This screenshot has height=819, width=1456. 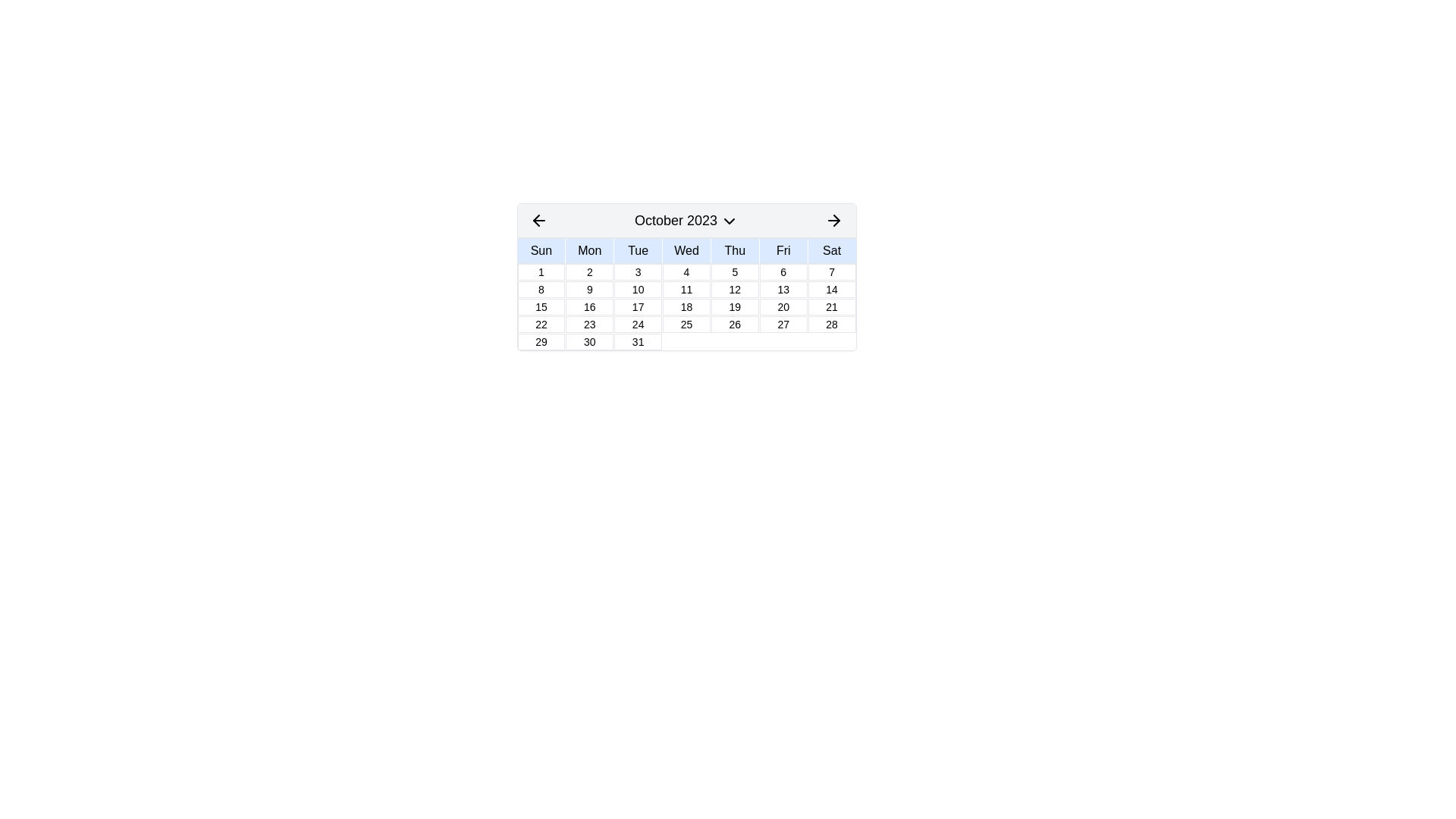 What do you see at coordinates (588, 307) in the screenshot?
I see `the text label displaying '16' in a plain black font on a white background, representing Monday, October 16th in the calendar grid` at bounding box center [588, 307].